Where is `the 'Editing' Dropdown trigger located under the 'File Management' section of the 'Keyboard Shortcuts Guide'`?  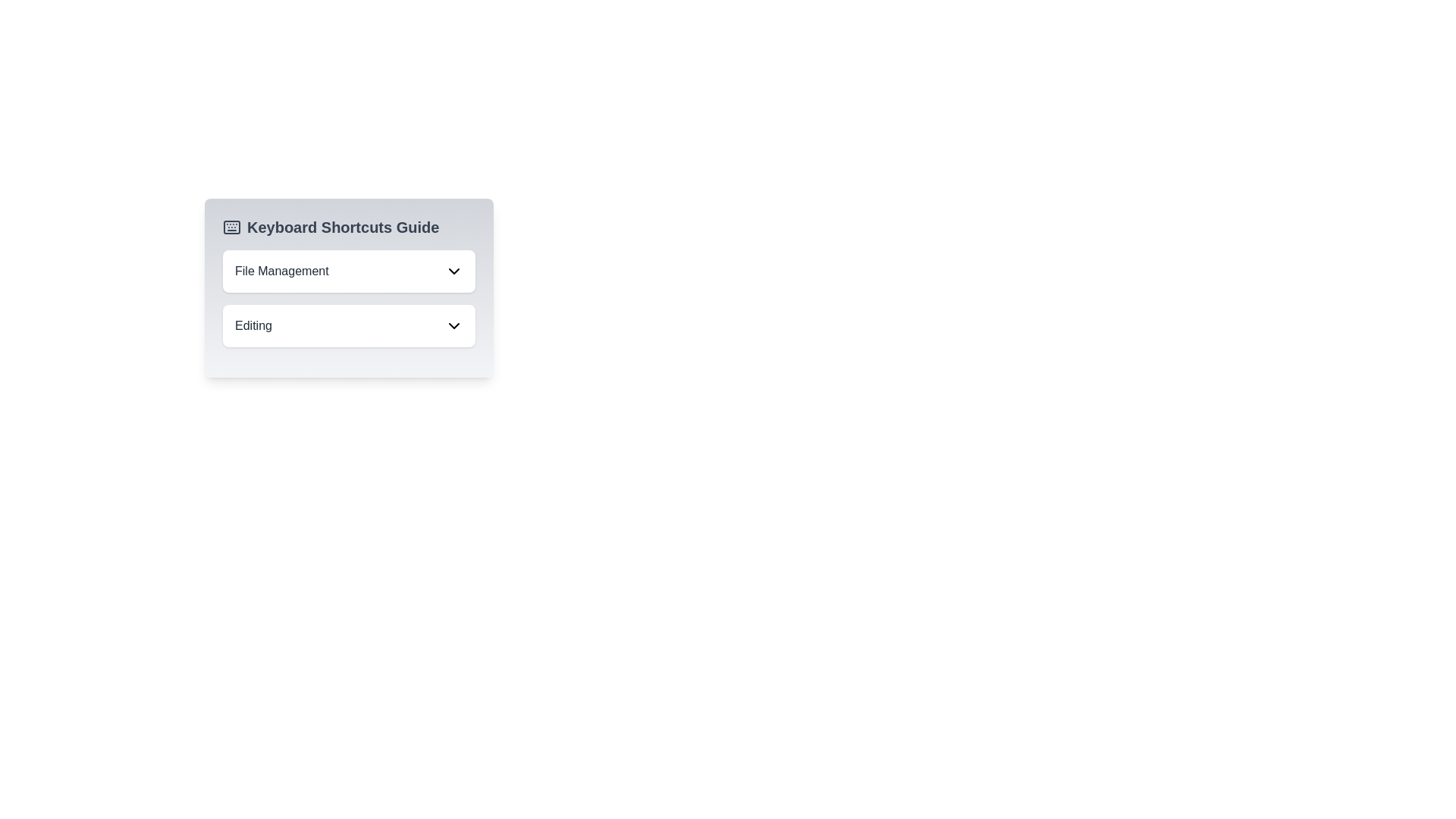
the 'Editing' Dropdown trigger located under the 'File Management' section of the 'Keyboard Shortcuts Guide' is located at coordinates (348, 325).